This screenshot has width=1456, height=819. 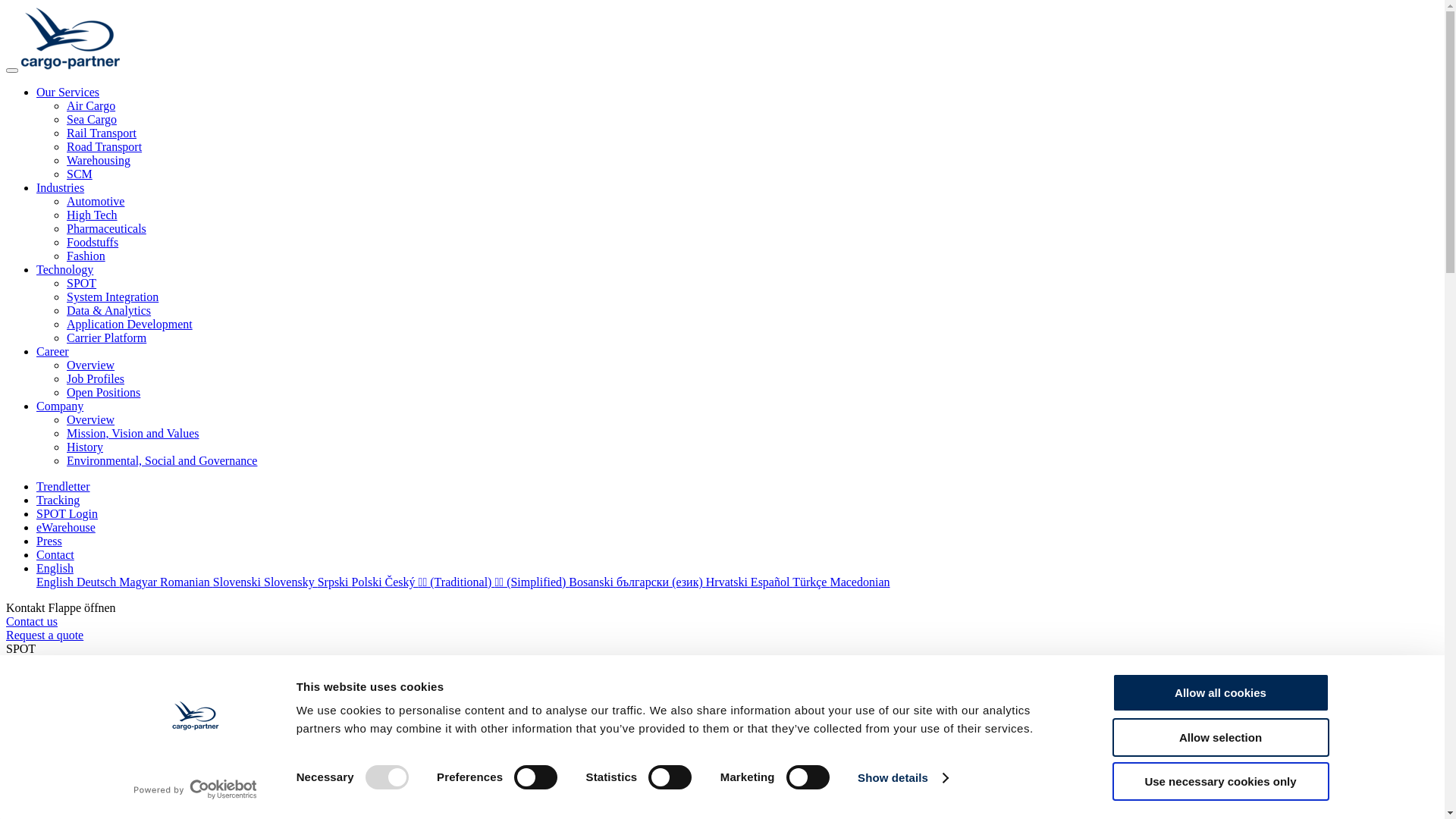 I want to click on 'Job Profiles', so click(x=94, y=378).